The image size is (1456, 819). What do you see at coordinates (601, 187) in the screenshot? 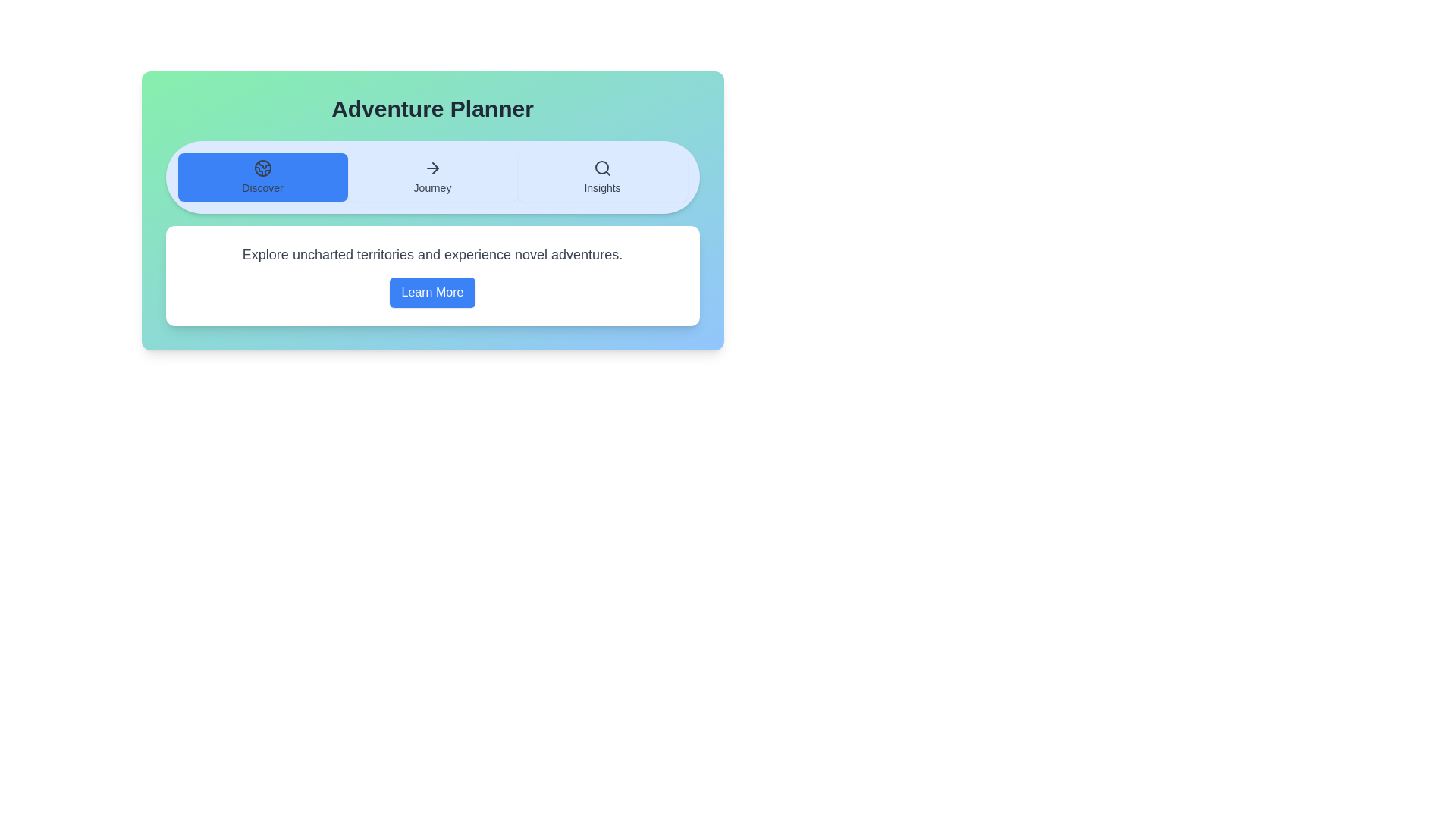
I see `the static label text displaying 'Insights', which is located at the bottom-center of the tab button, below a search icon, in the rightmost section of the tab navigation` at bounding box center [601, 187].